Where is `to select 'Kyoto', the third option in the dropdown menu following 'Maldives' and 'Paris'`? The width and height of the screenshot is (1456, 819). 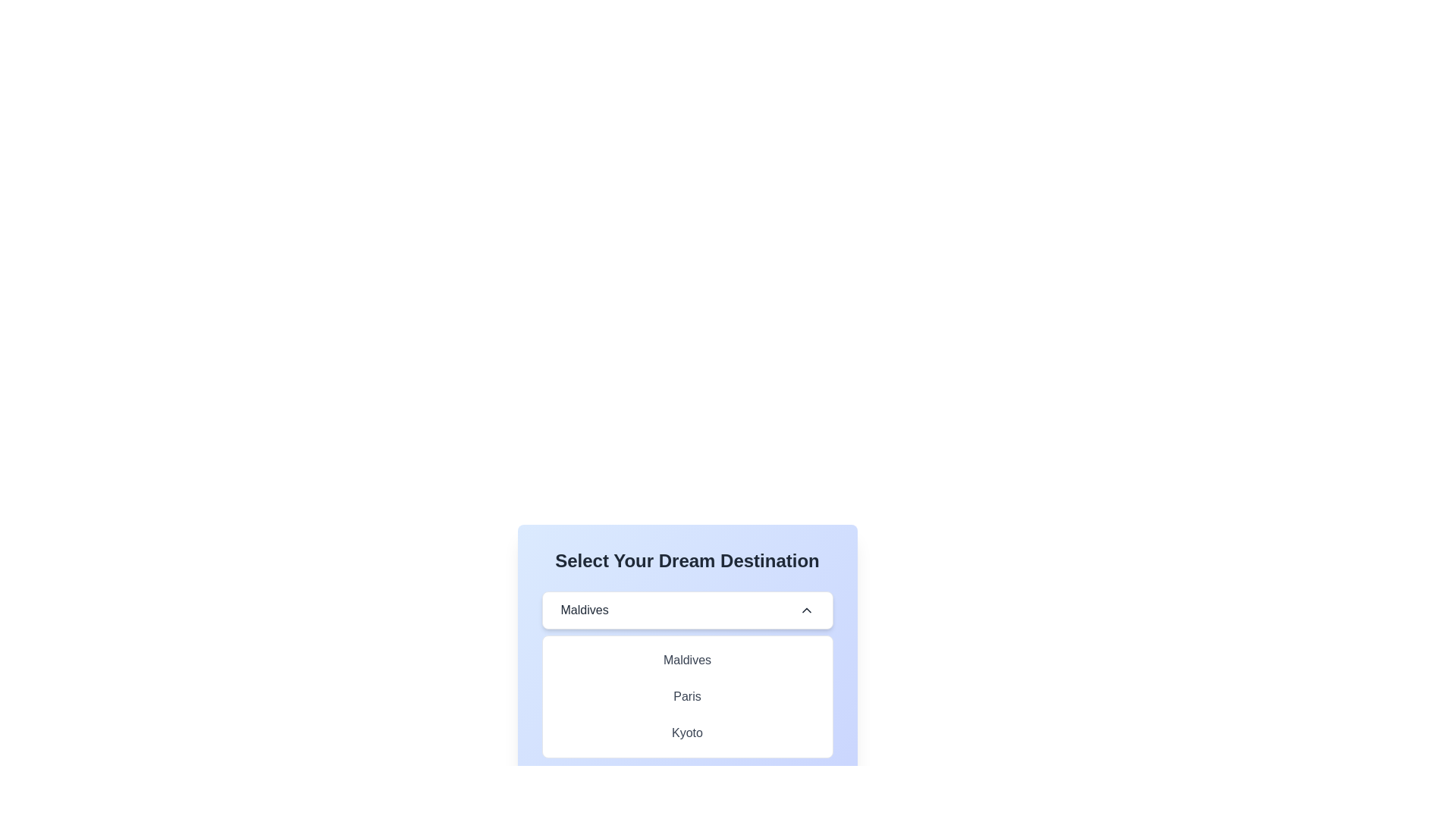 to select 'Kyoto', the third option in the dropdown menu following 'Maldives' and 'Paris' is located at coordinates (686, 733).